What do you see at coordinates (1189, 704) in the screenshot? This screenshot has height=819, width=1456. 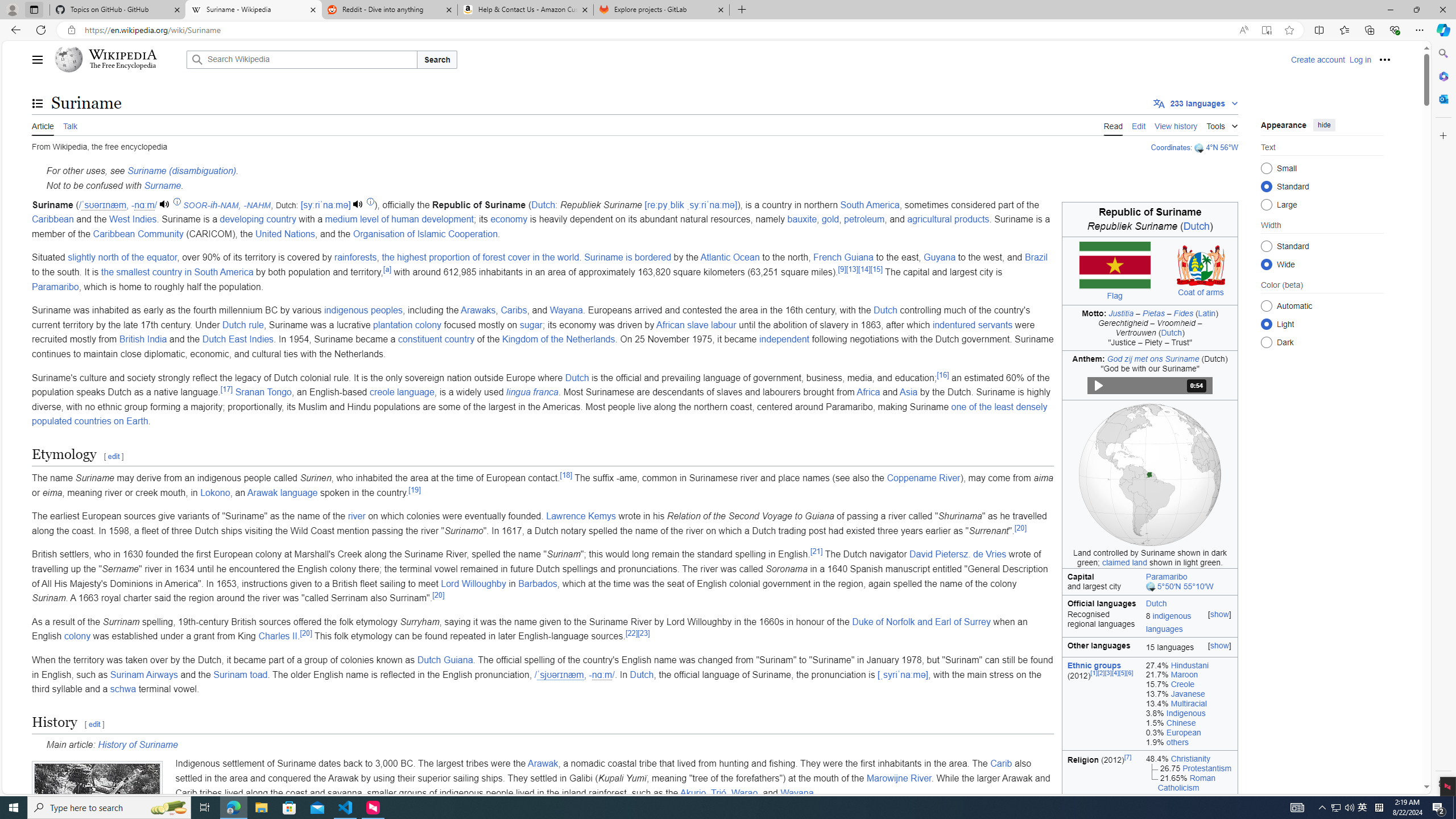 I see `'13.4% Multiracial'` at bounding box center [1189, 704].